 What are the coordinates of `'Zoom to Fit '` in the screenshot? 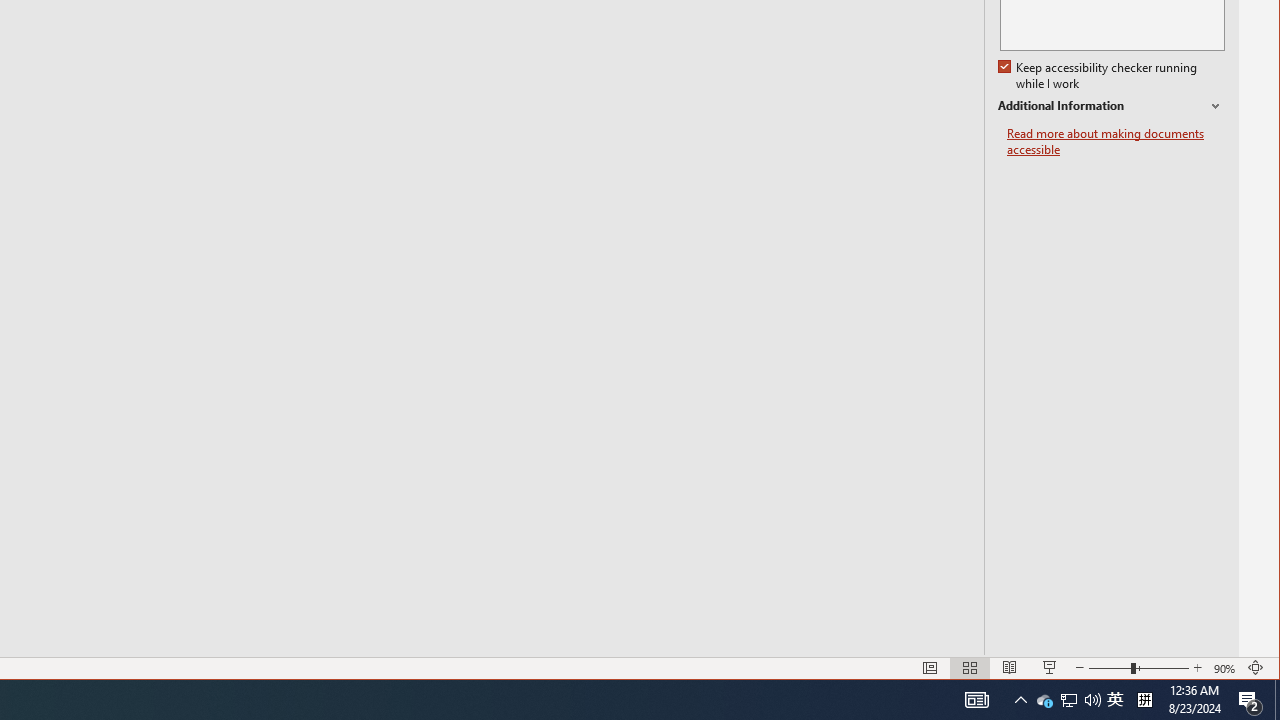 It's located at (1224, 668).